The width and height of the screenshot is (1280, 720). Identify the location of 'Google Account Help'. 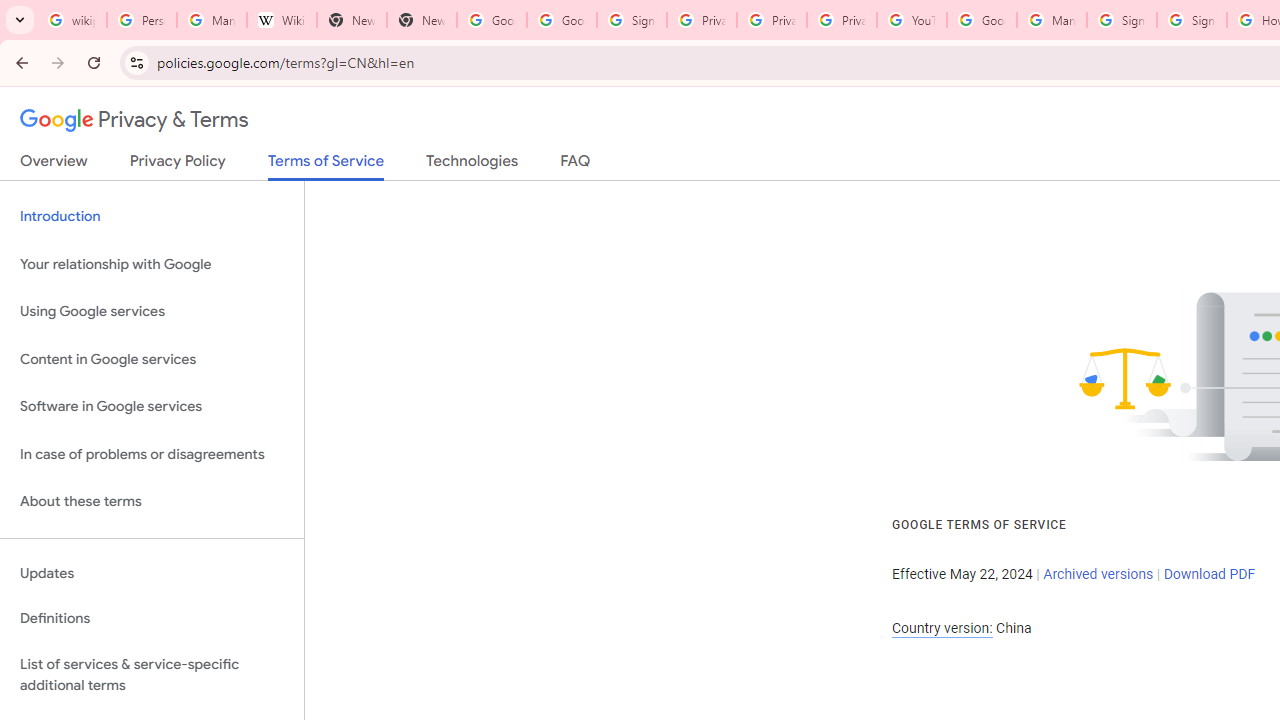
(982, 20).